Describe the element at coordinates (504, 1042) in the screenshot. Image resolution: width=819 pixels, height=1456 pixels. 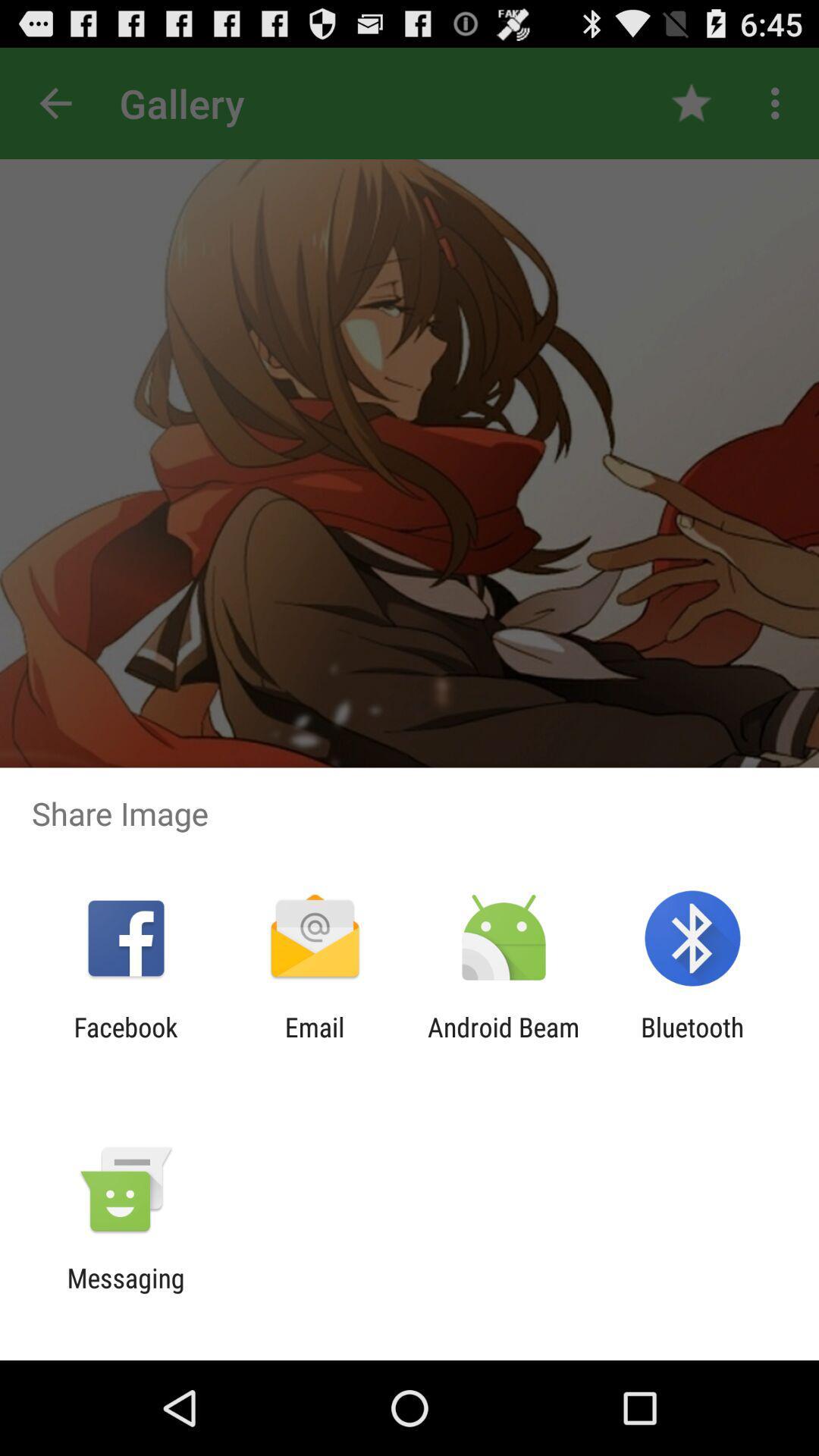
I see `android beam app` at that location.